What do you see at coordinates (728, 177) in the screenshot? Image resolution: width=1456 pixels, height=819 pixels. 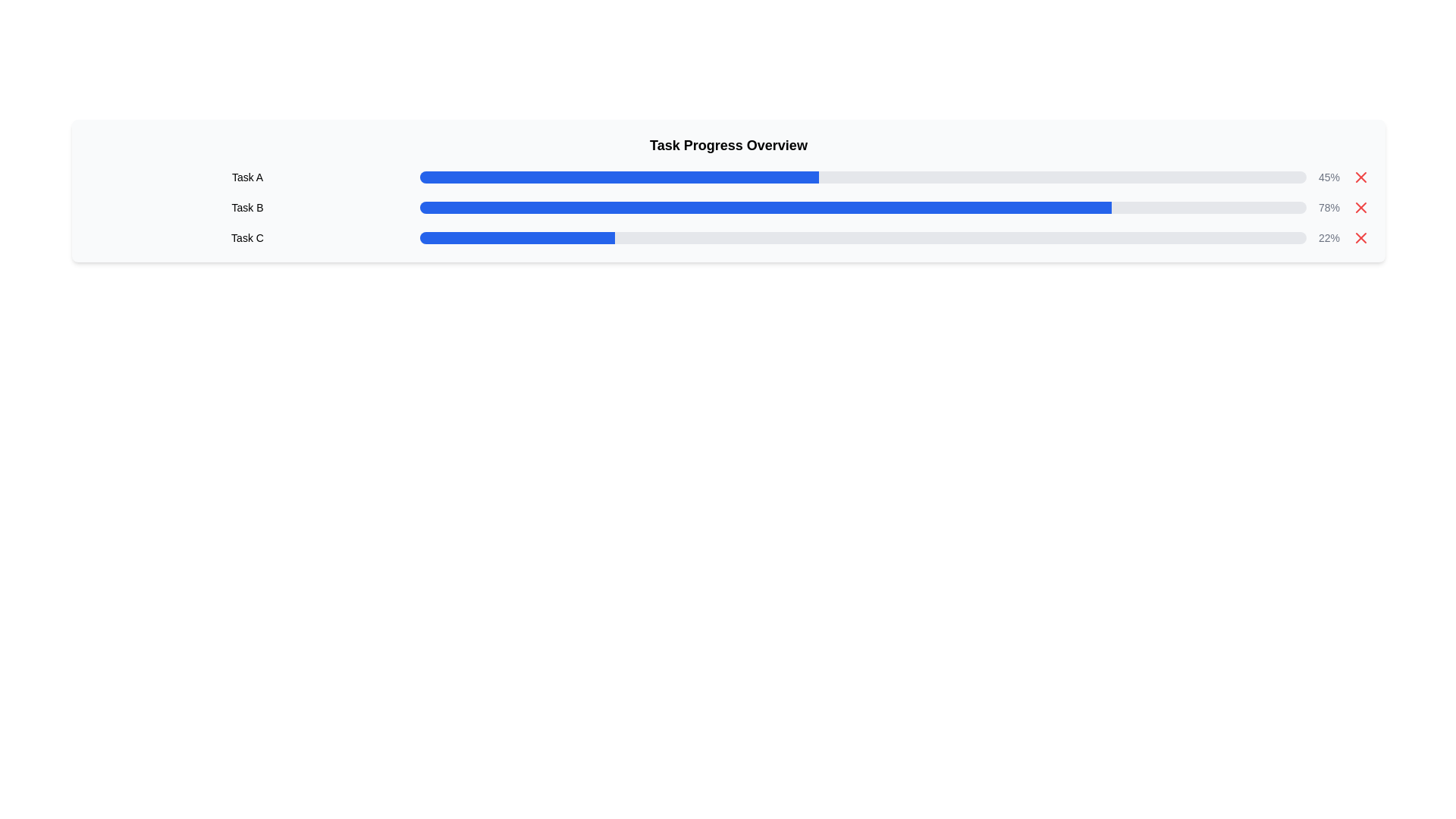 I see `the progress bar indicating 'Task A' at 45% completion by using the information presented` at bounding box center [728, 177].